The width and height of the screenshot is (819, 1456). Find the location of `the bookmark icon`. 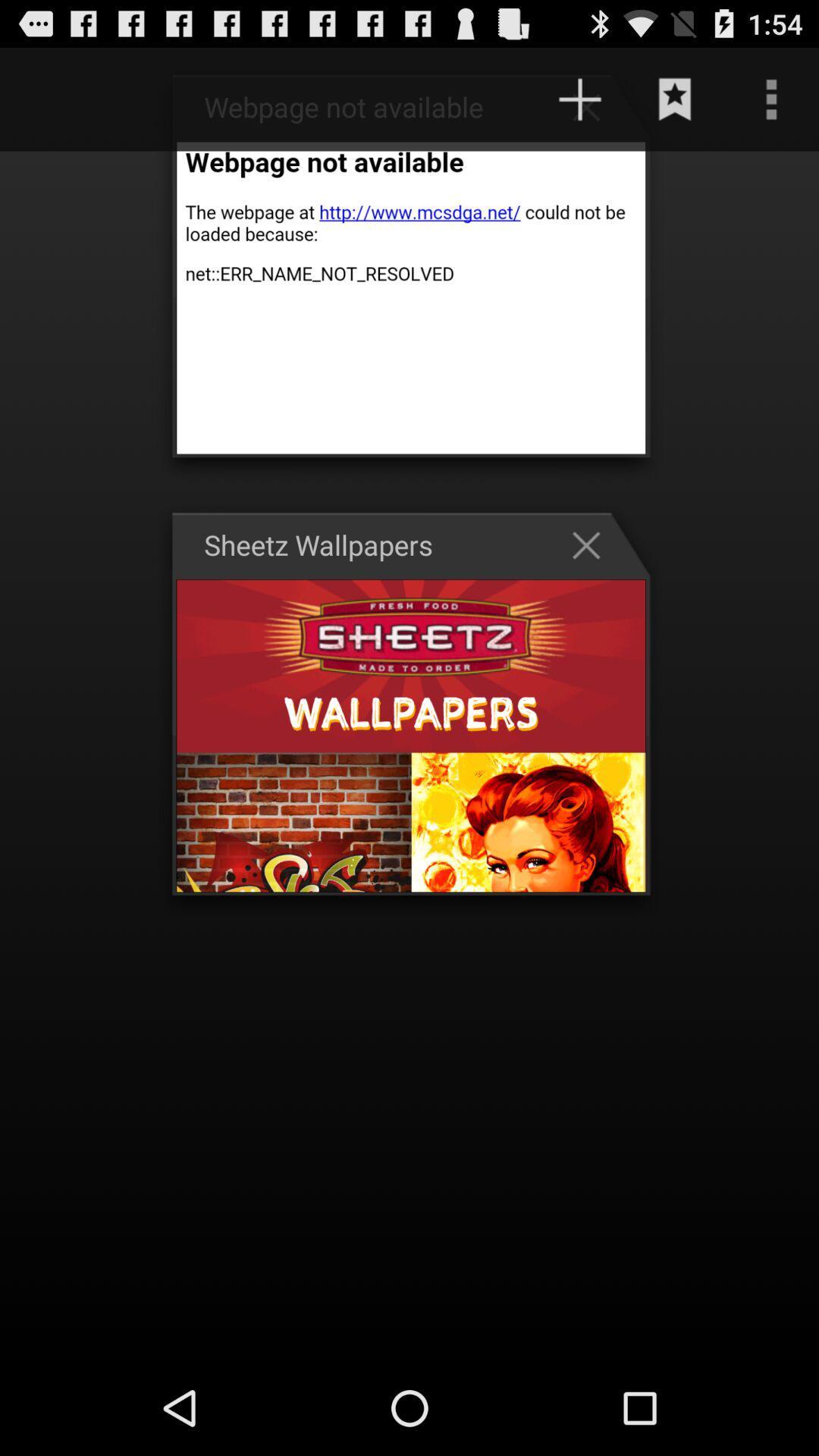

the bookmark icon is located at coordinates (675, 105).